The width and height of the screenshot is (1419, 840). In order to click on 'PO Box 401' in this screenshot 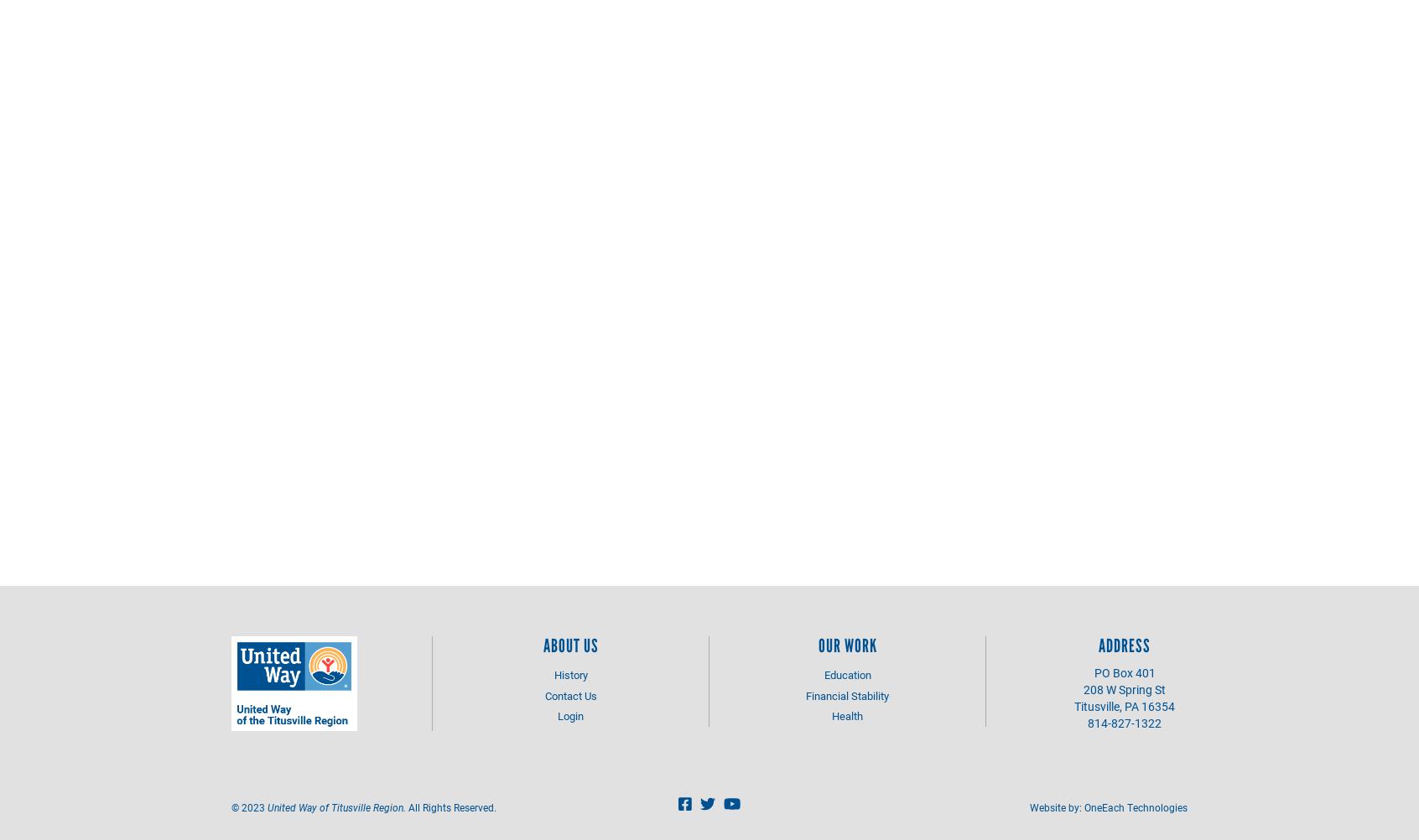, I will do `click(1124, 671)`.